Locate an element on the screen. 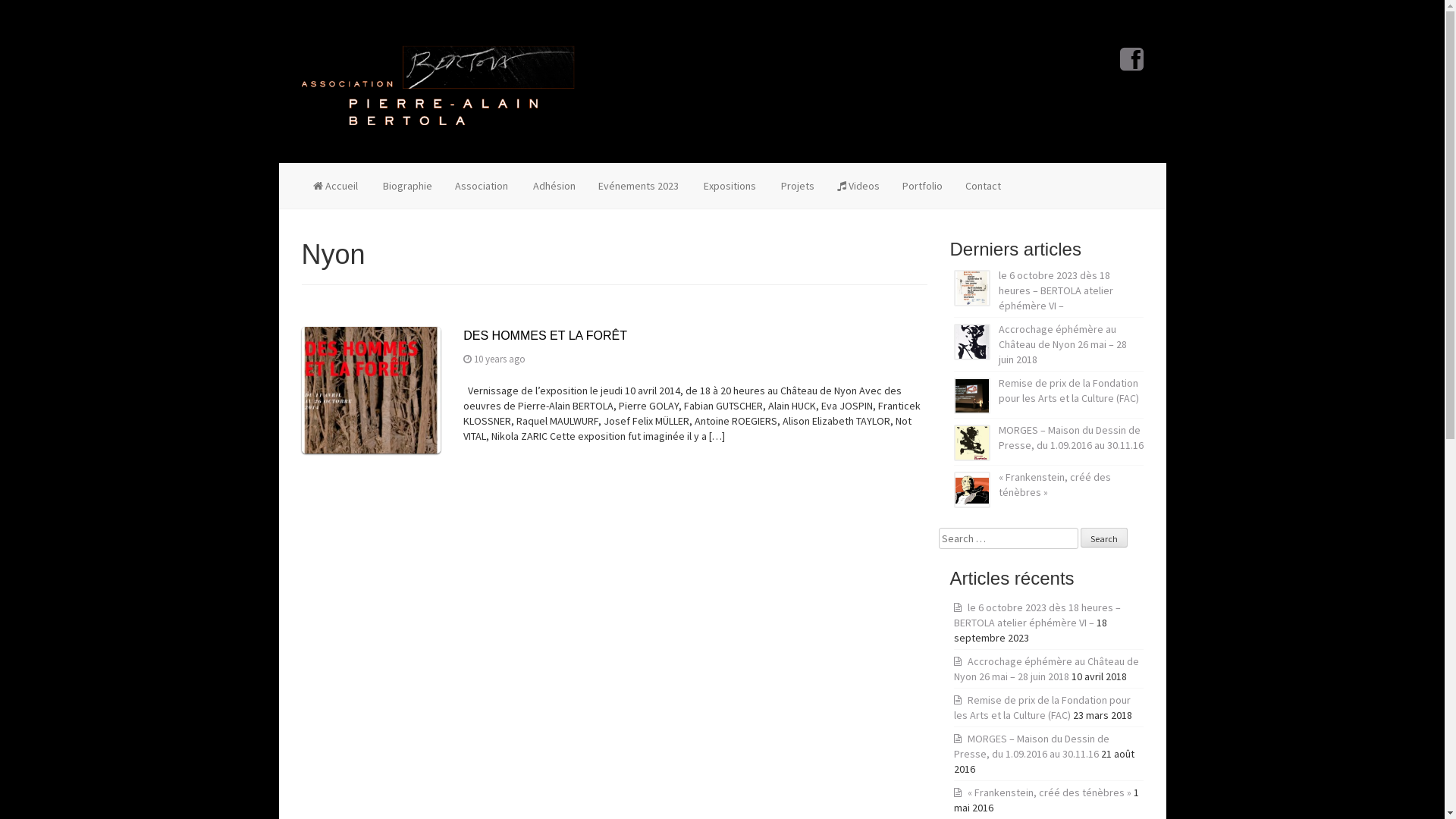 This screenshot has height=819, width=1456. '10 years ago' is located at coordinates (499, 359).